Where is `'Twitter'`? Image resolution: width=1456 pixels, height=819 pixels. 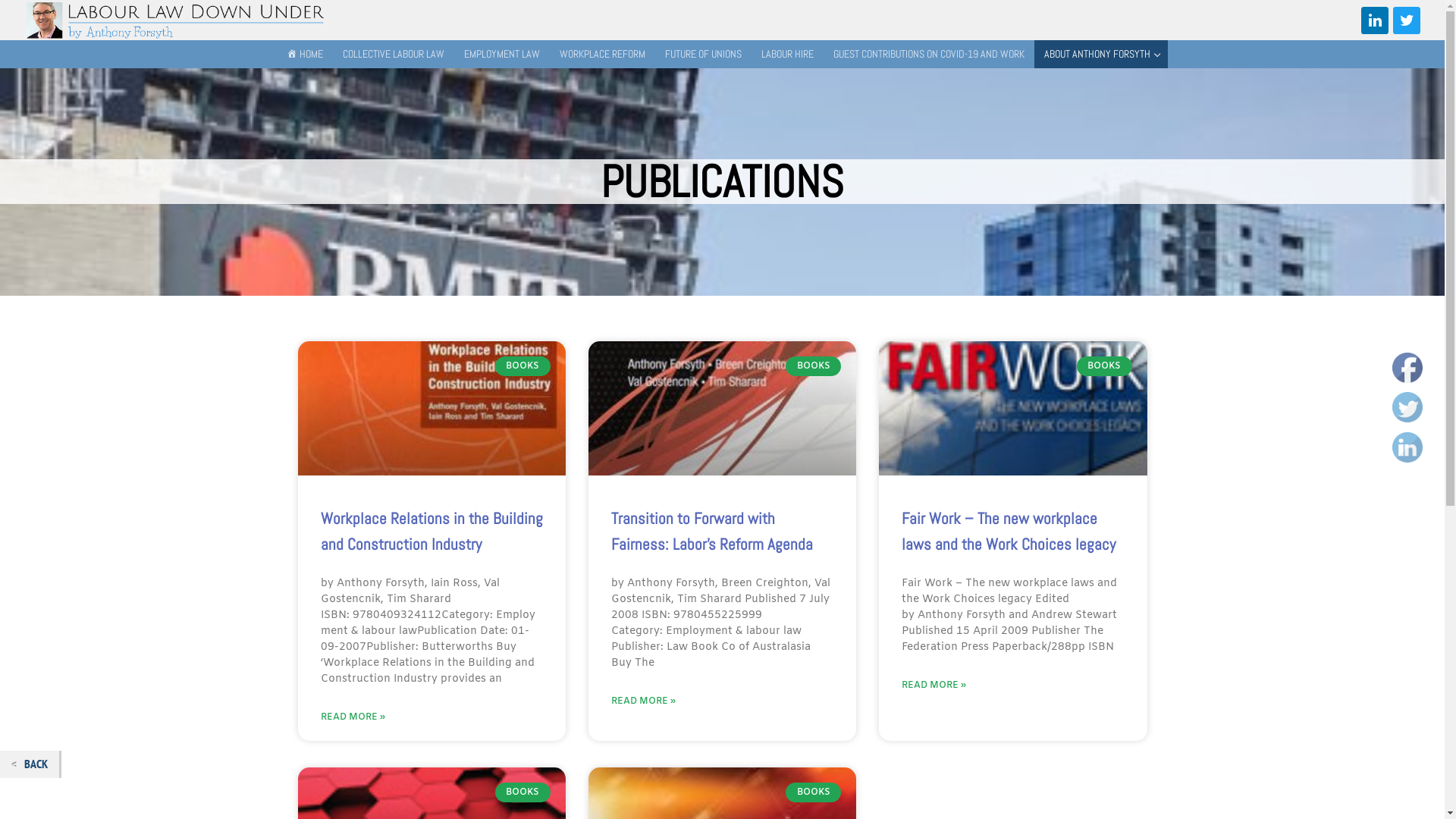 'Twitter' is located at coordinates (1407, 406).